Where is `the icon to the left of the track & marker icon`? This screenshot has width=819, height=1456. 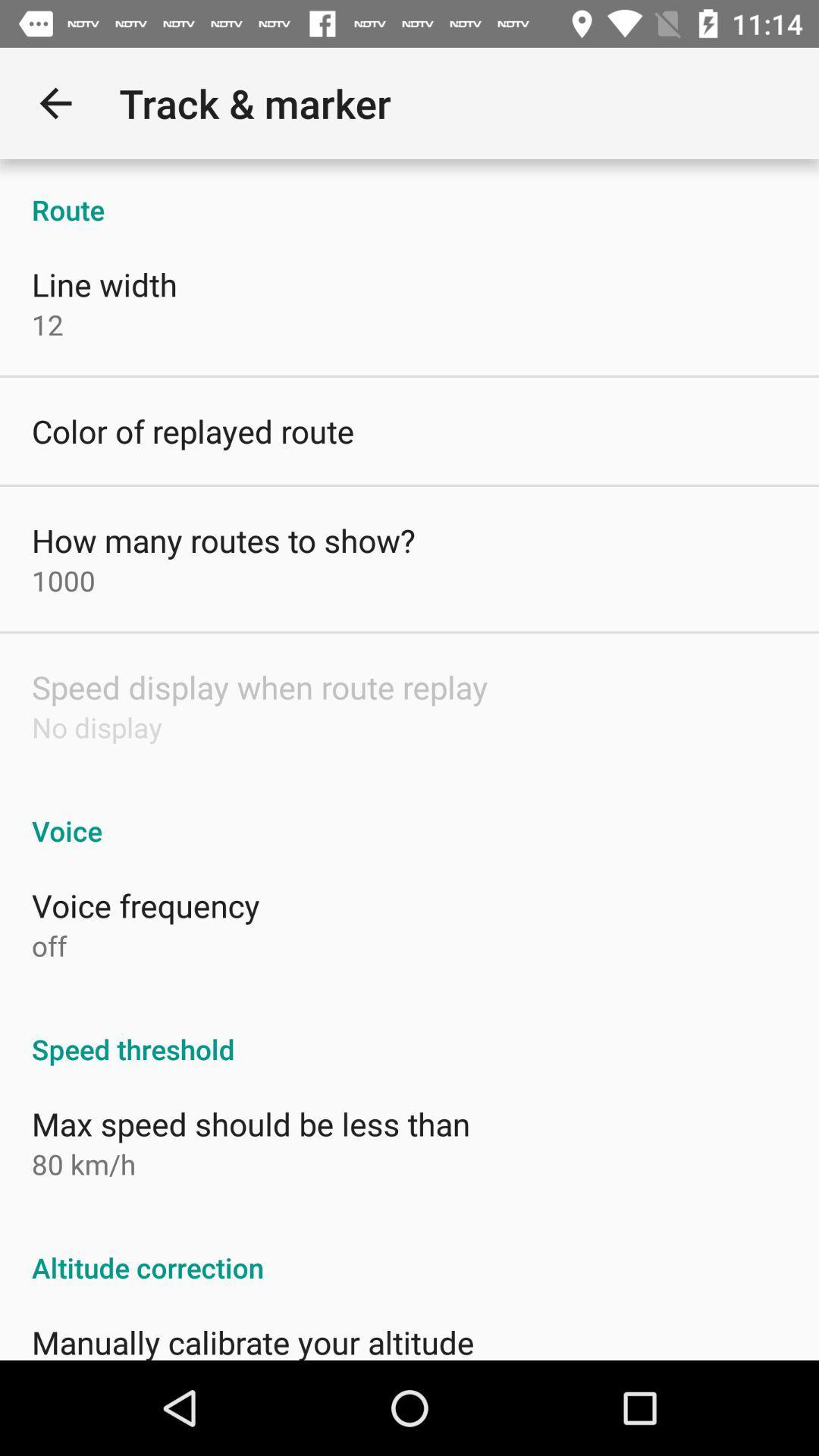 the icon to the left of the track & marker icon is located at coordinates (55, 102).